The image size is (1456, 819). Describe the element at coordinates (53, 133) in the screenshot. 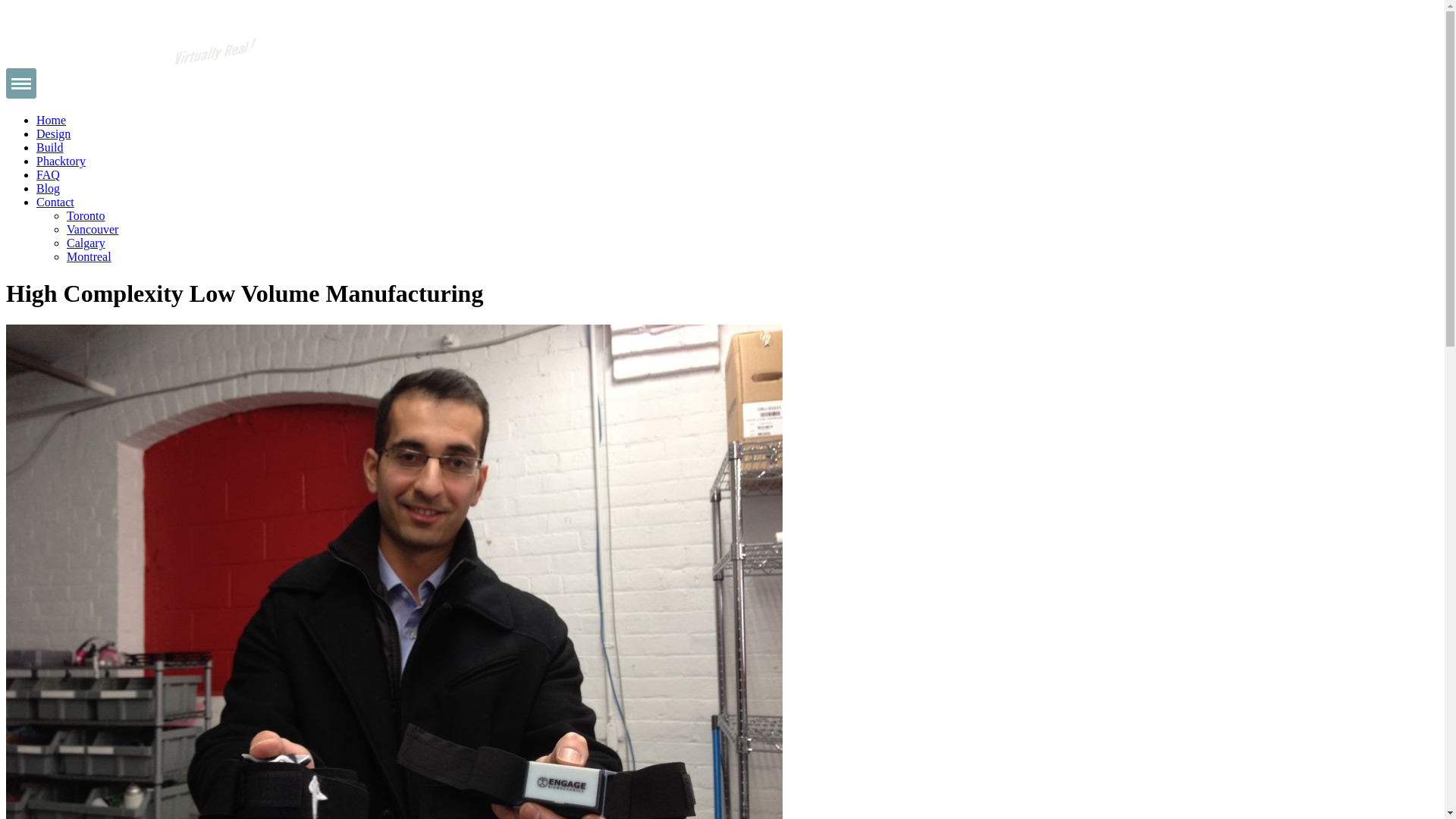

I see `'Design'` at that location.